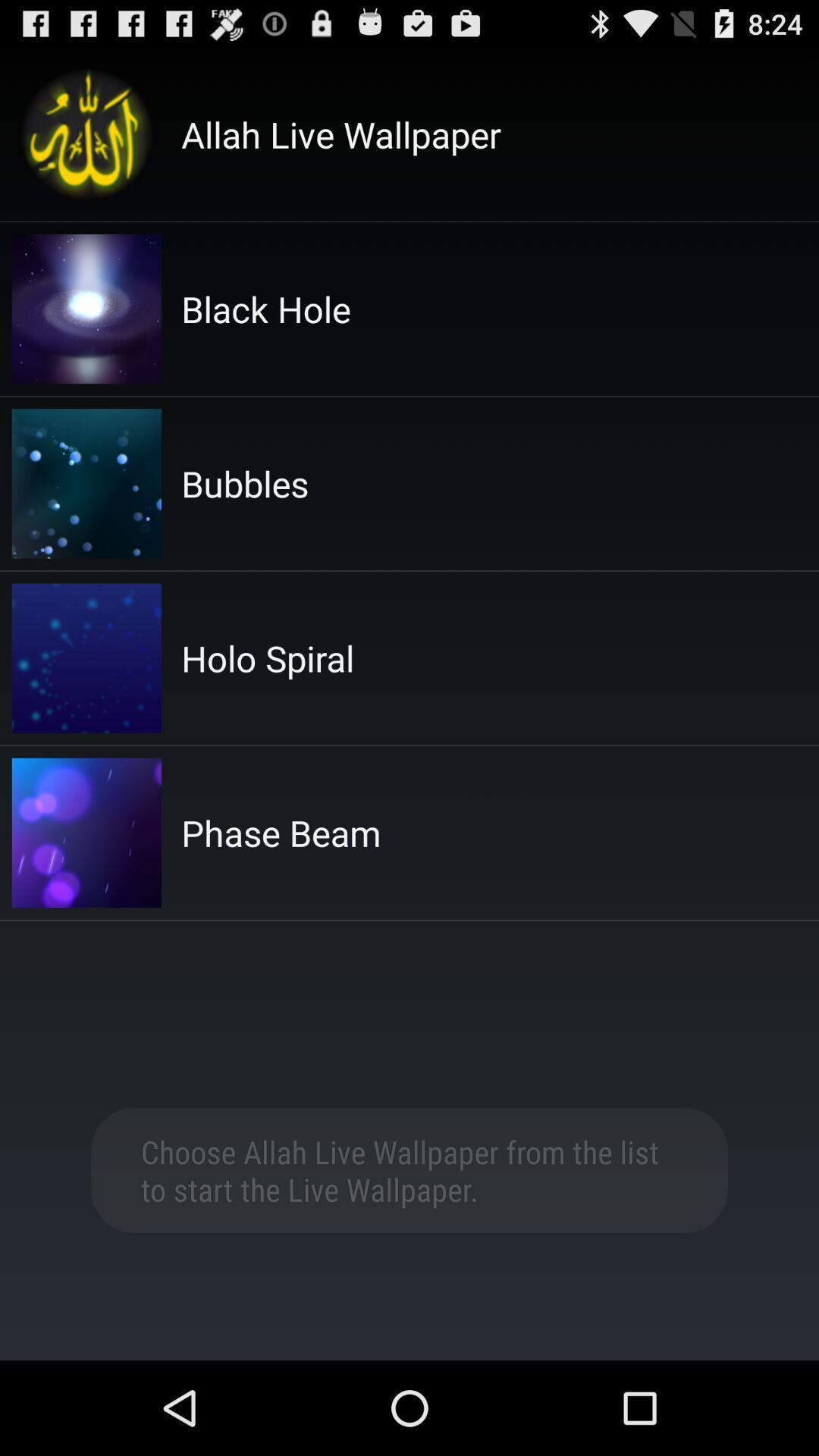 Image resolution: width=819 pixels, height=1456 pixels. I want to click on the black hole app, so click(265, 308).